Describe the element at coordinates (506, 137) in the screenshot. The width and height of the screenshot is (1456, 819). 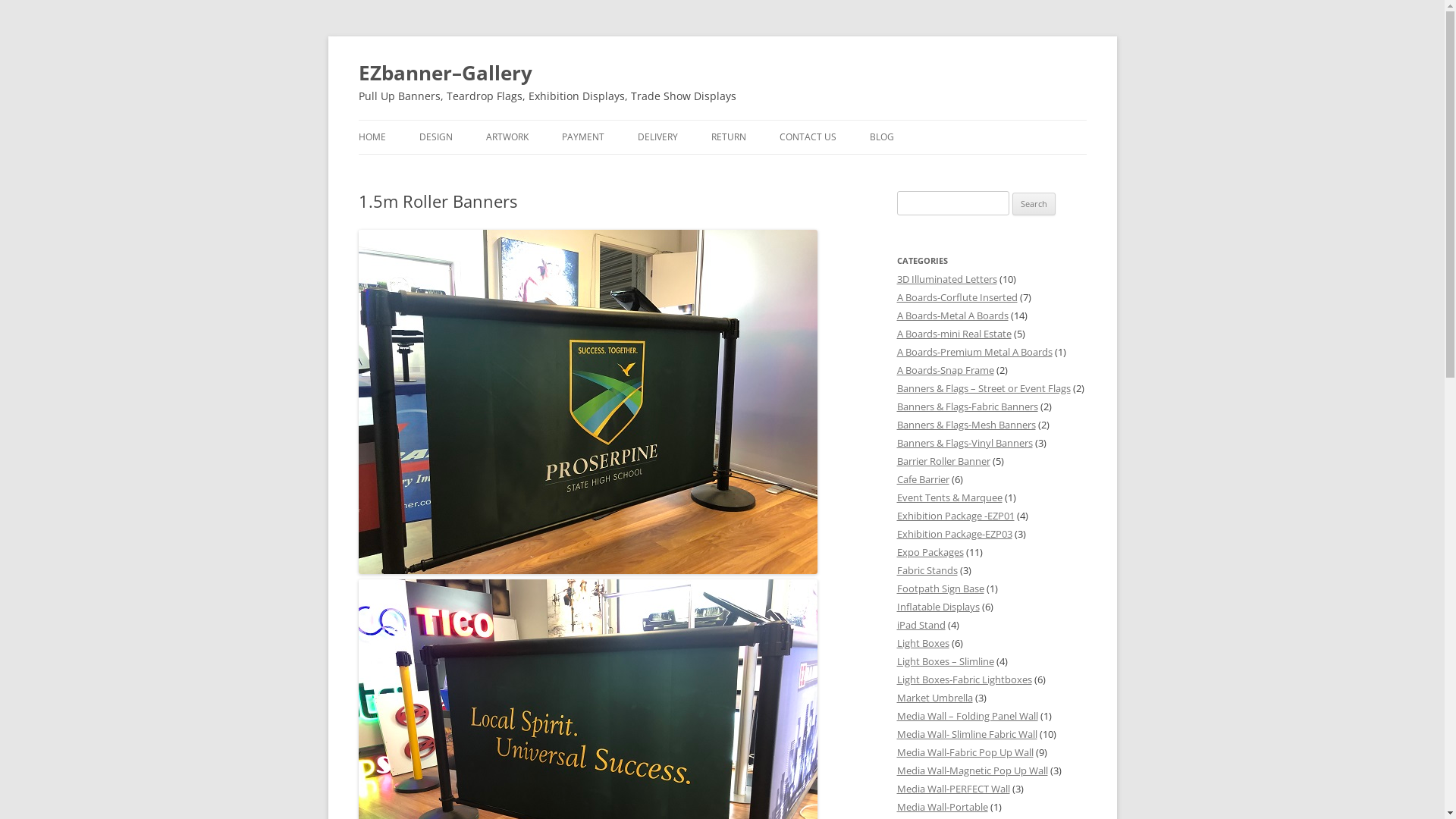
I see `'ARTWORK'` at that location.